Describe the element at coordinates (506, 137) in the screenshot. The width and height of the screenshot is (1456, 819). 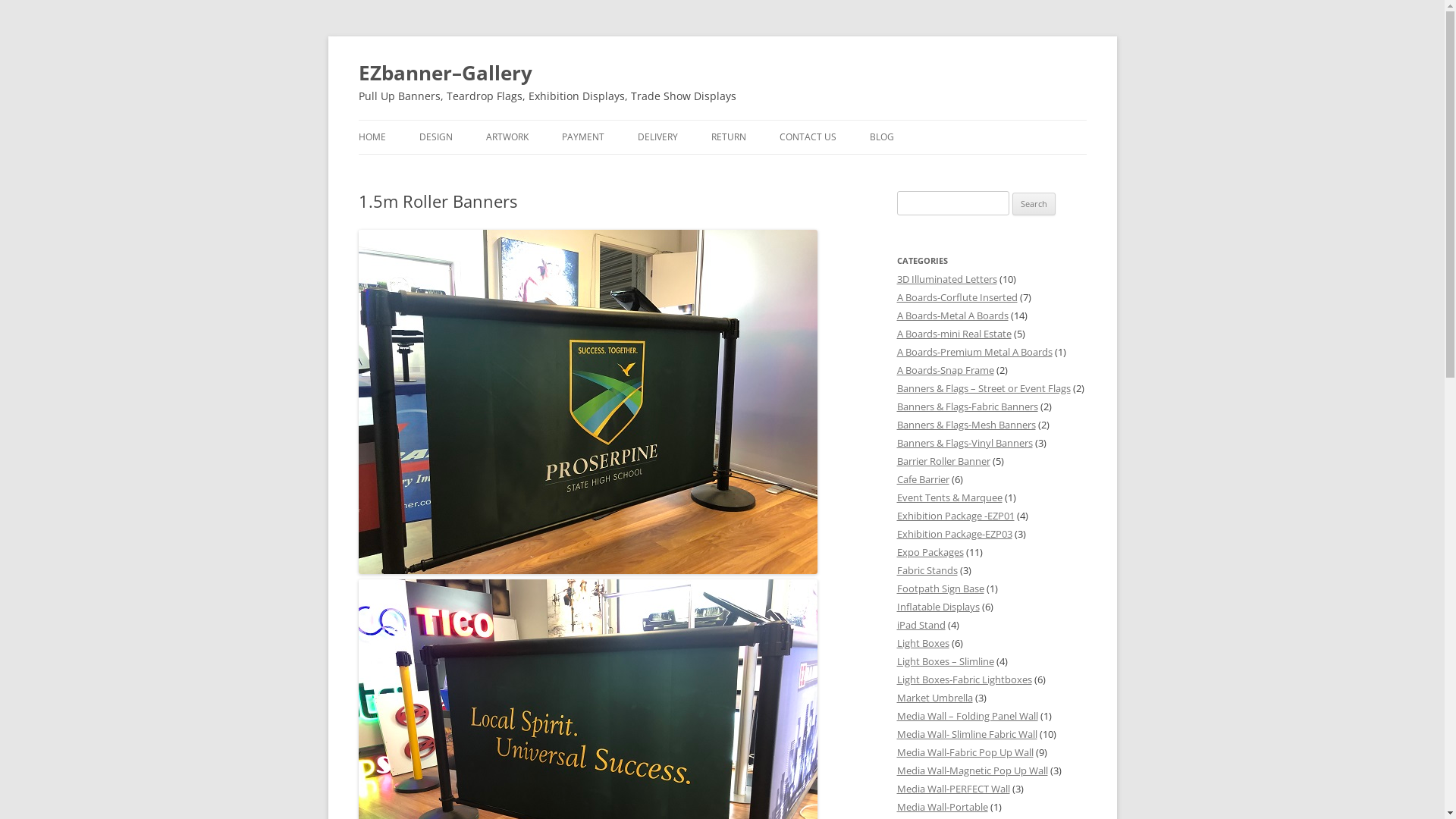
I see `'ARTWORK'` at that location.